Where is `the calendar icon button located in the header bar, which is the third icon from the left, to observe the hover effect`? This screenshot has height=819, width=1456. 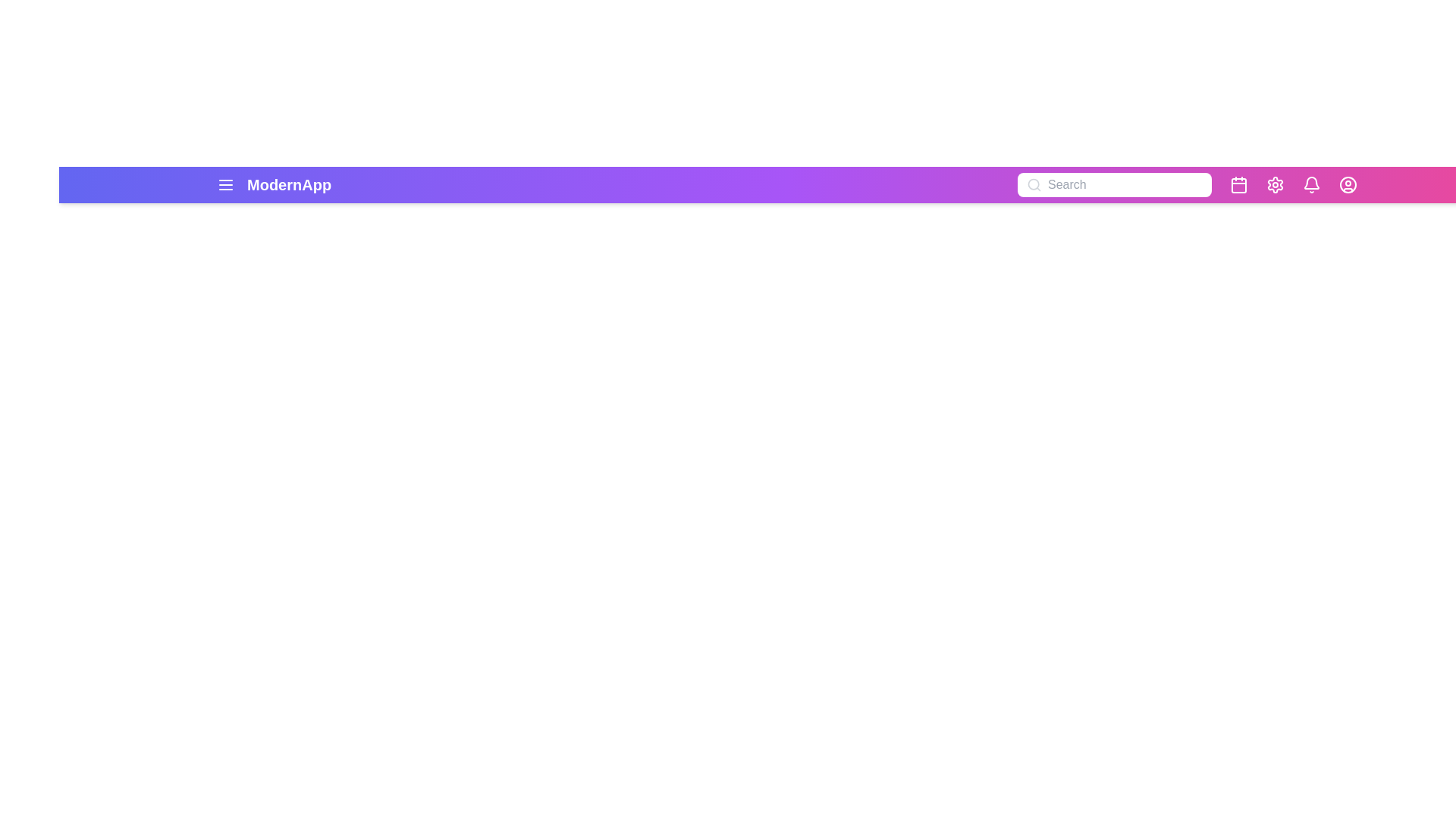 the calendar icon button located in the header bar, which is the third icon from the left, to observe the hover effect is located at coordinates (1238, 184).